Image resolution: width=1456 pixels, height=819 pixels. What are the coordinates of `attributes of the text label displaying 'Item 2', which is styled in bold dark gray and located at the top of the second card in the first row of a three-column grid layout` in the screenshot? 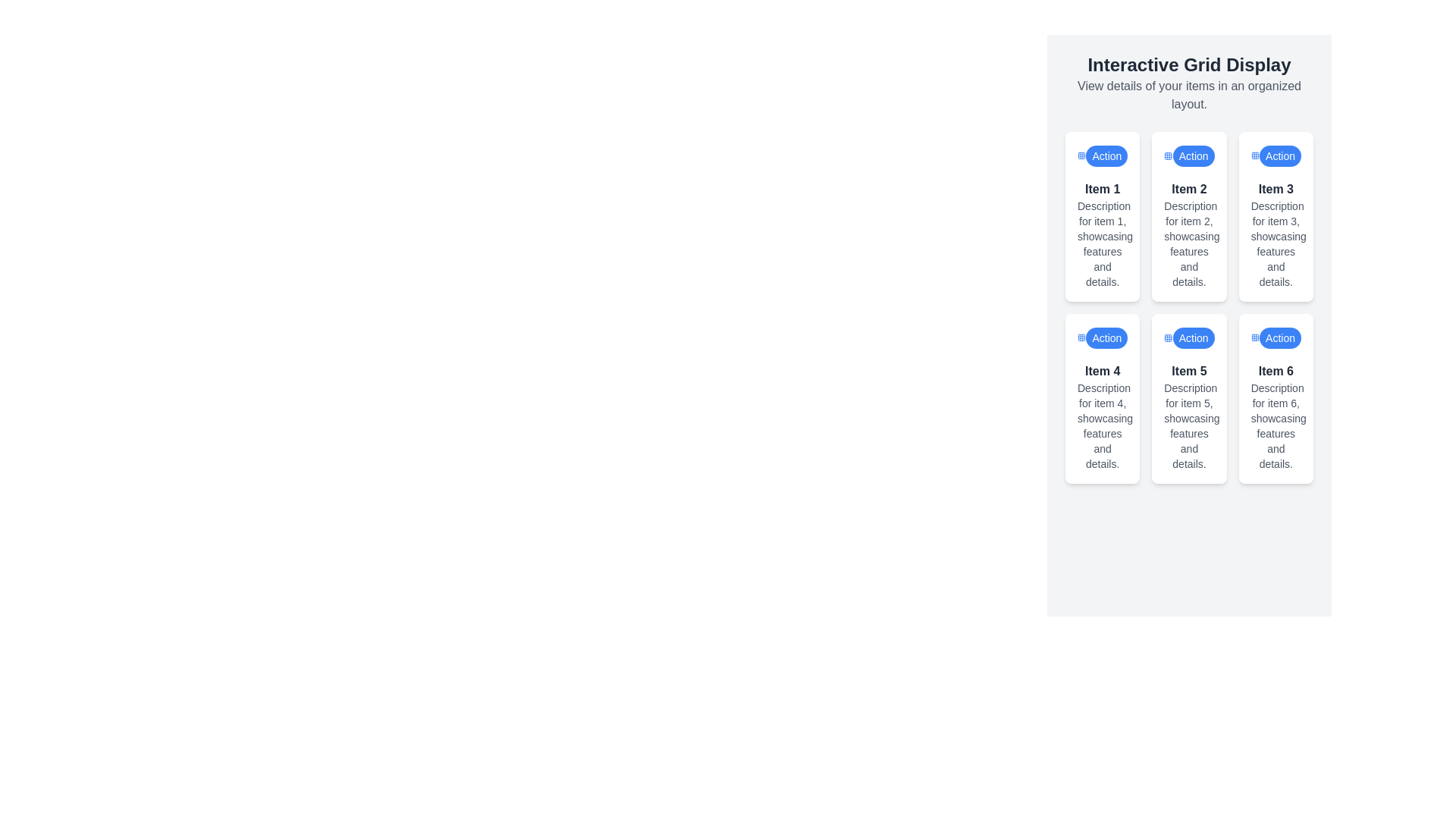 It's located at (1188, 189).